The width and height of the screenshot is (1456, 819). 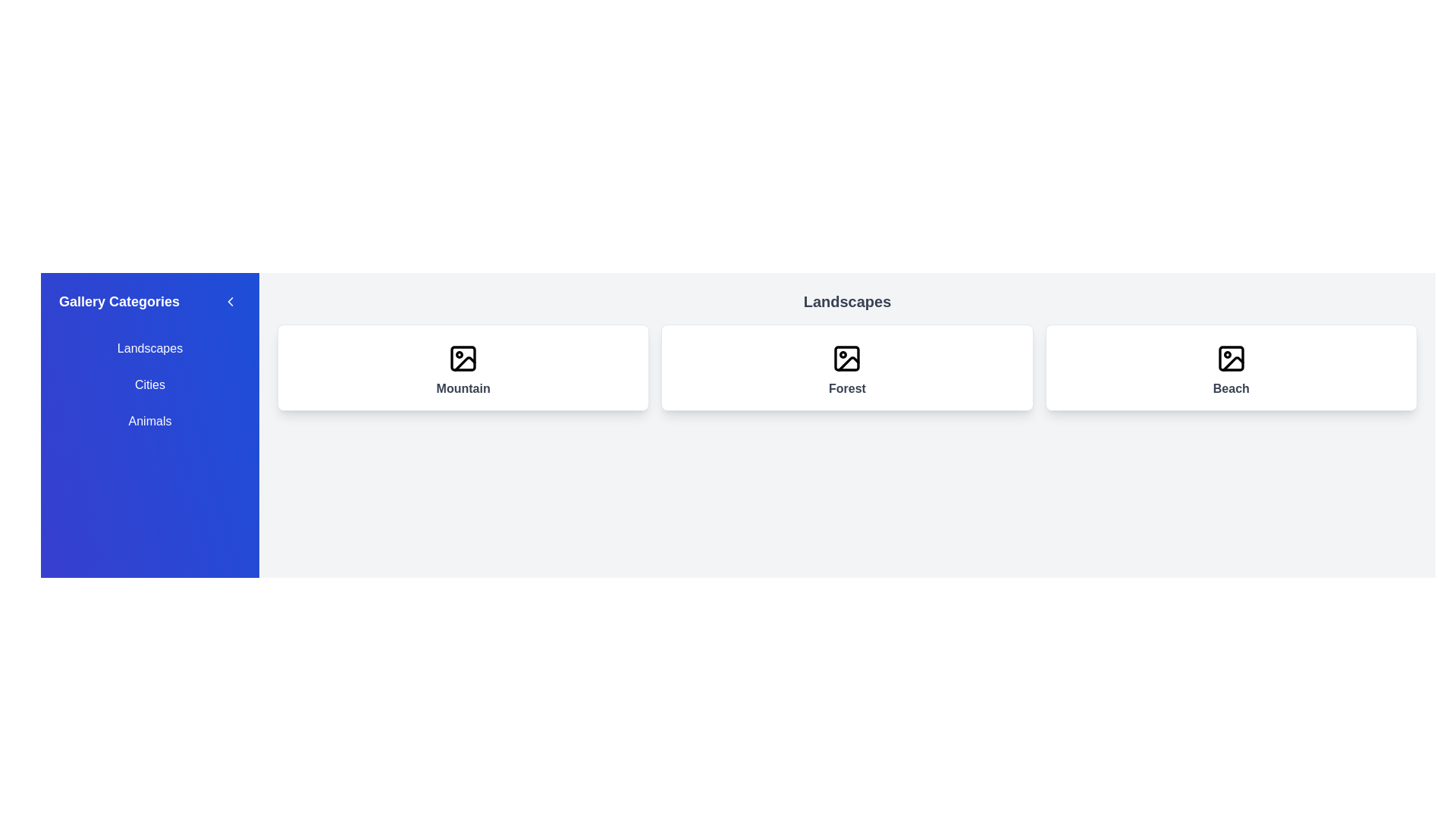 What do you see at coordinates (229, 301) in the screenshot?
I see `the navigation button located to the right of 'Gallery Categories'` at bounding box center [229, 301].